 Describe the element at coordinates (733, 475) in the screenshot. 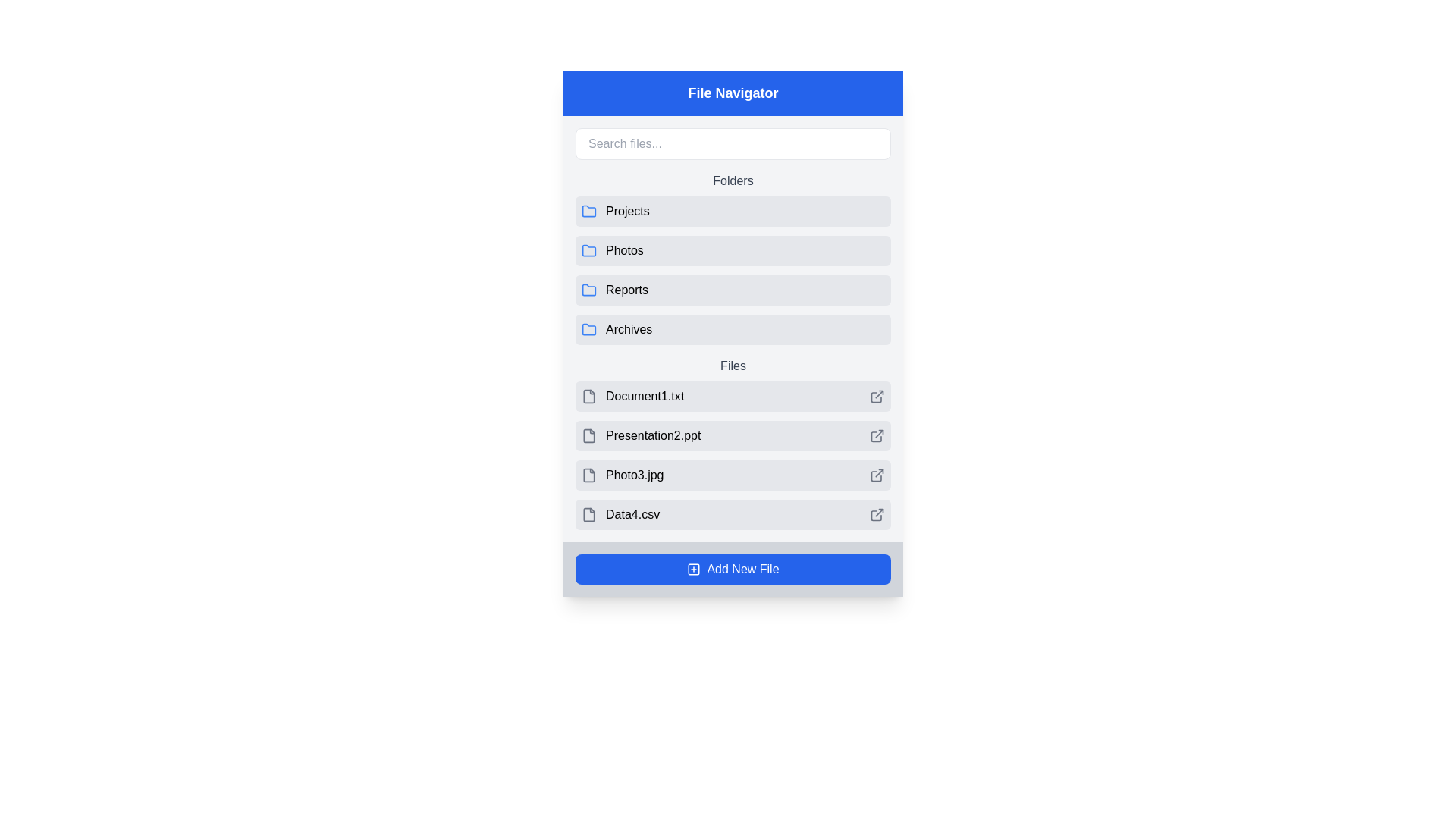

I see `to select the file item labeled 'Photo3.jpg' in the 'Files' list, which is the third item in the vertical list` at that location.